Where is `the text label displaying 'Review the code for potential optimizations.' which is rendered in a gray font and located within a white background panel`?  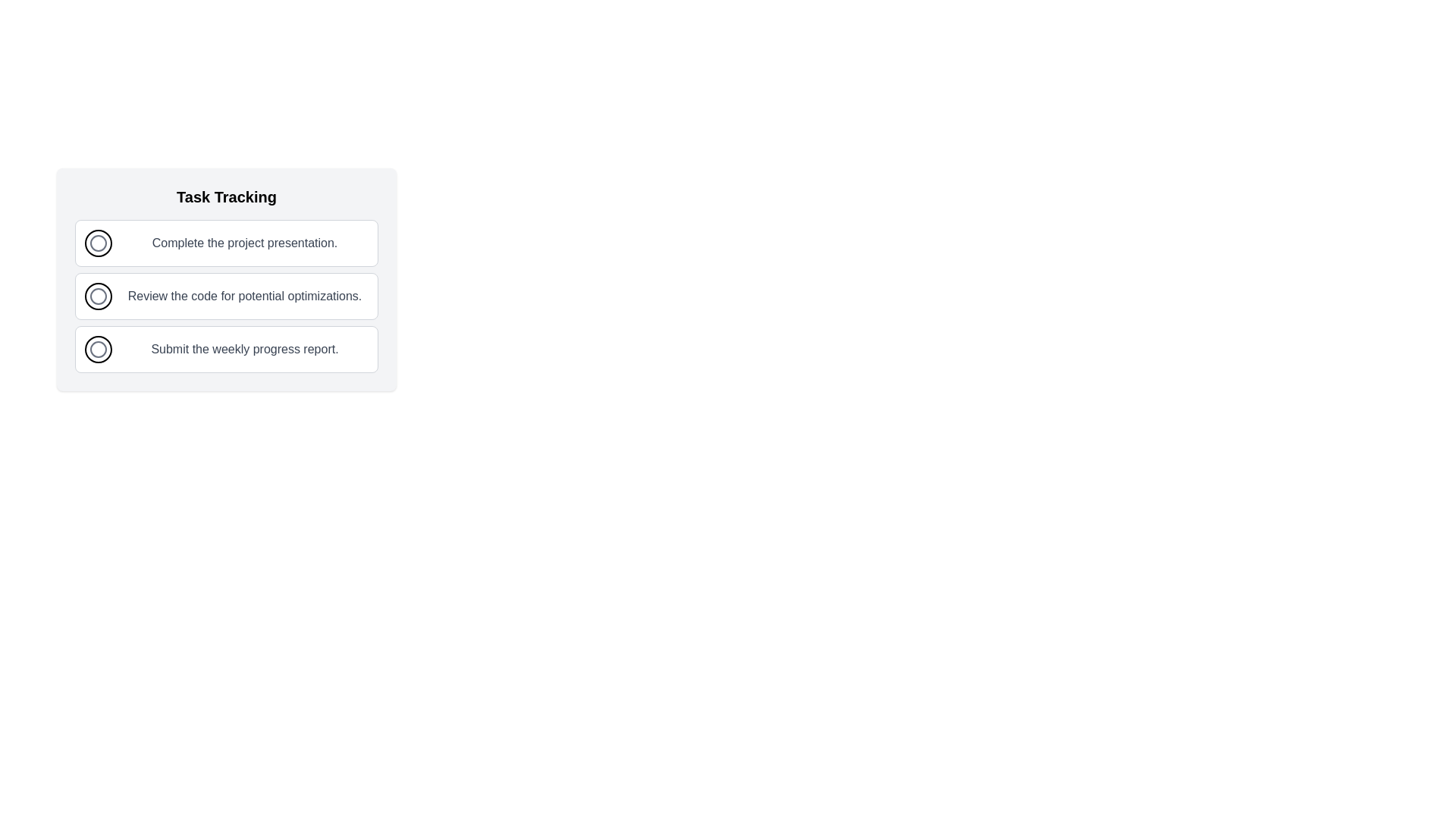
the text label displaying 'Review the code for potential optimizations.' which is rendered in a gray font and located within a white background panel is located at coordinates (244, 296).